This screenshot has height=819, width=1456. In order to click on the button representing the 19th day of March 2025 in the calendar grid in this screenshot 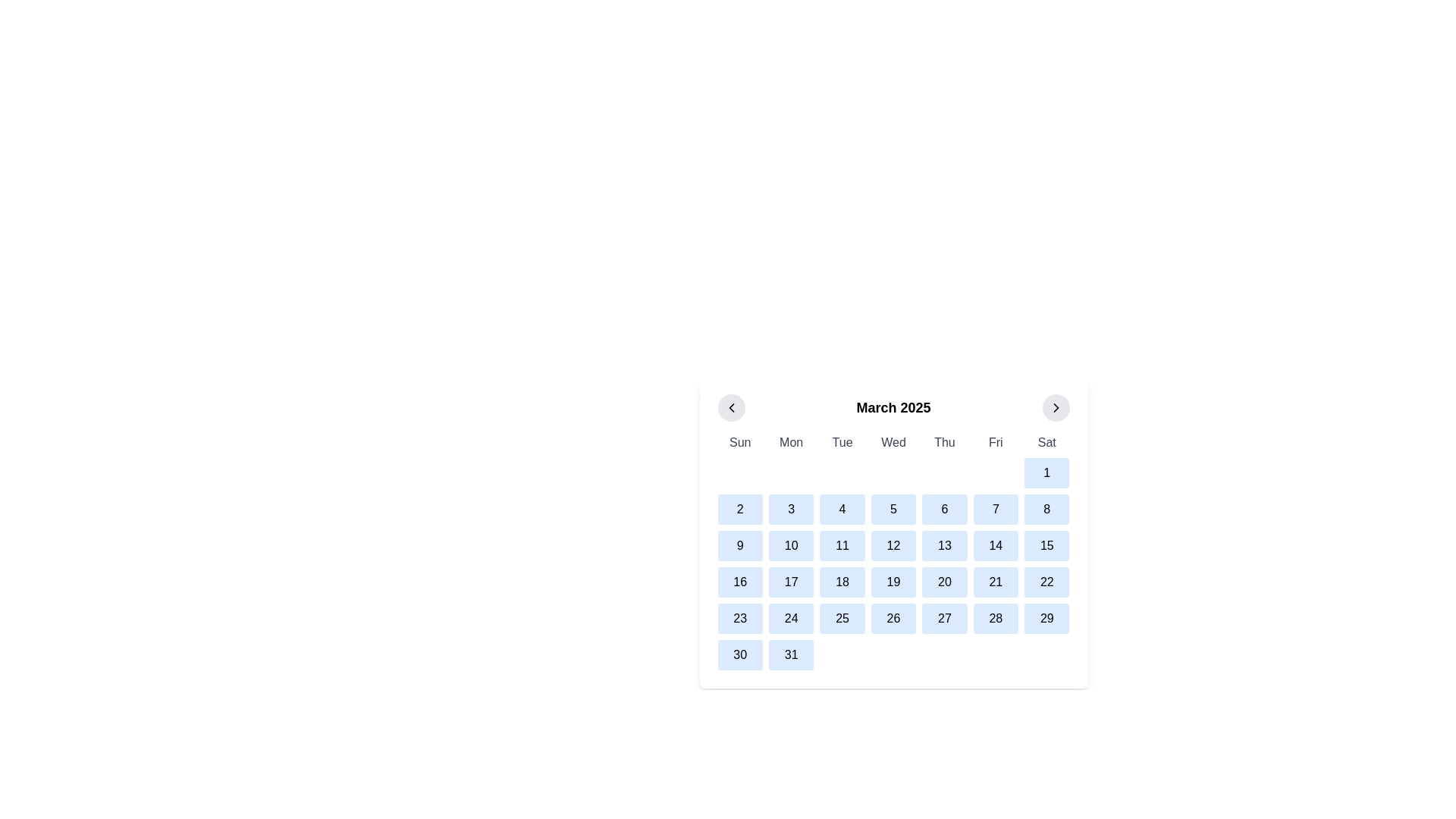, I will do `click(893, 581)`.